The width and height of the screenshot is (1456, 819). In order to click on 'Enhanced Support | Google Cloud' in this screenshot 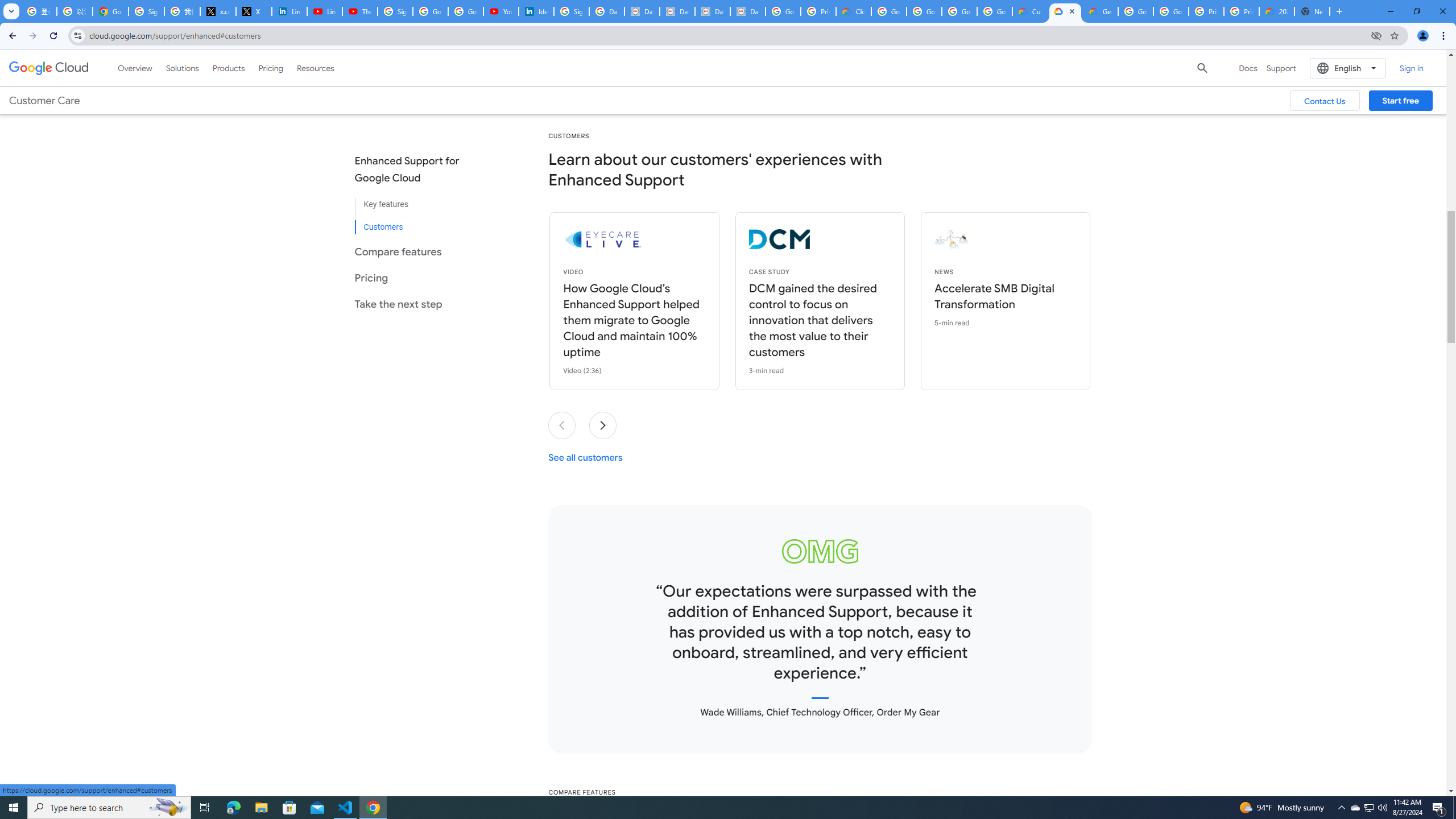, I will do `click(1064, 11)`.